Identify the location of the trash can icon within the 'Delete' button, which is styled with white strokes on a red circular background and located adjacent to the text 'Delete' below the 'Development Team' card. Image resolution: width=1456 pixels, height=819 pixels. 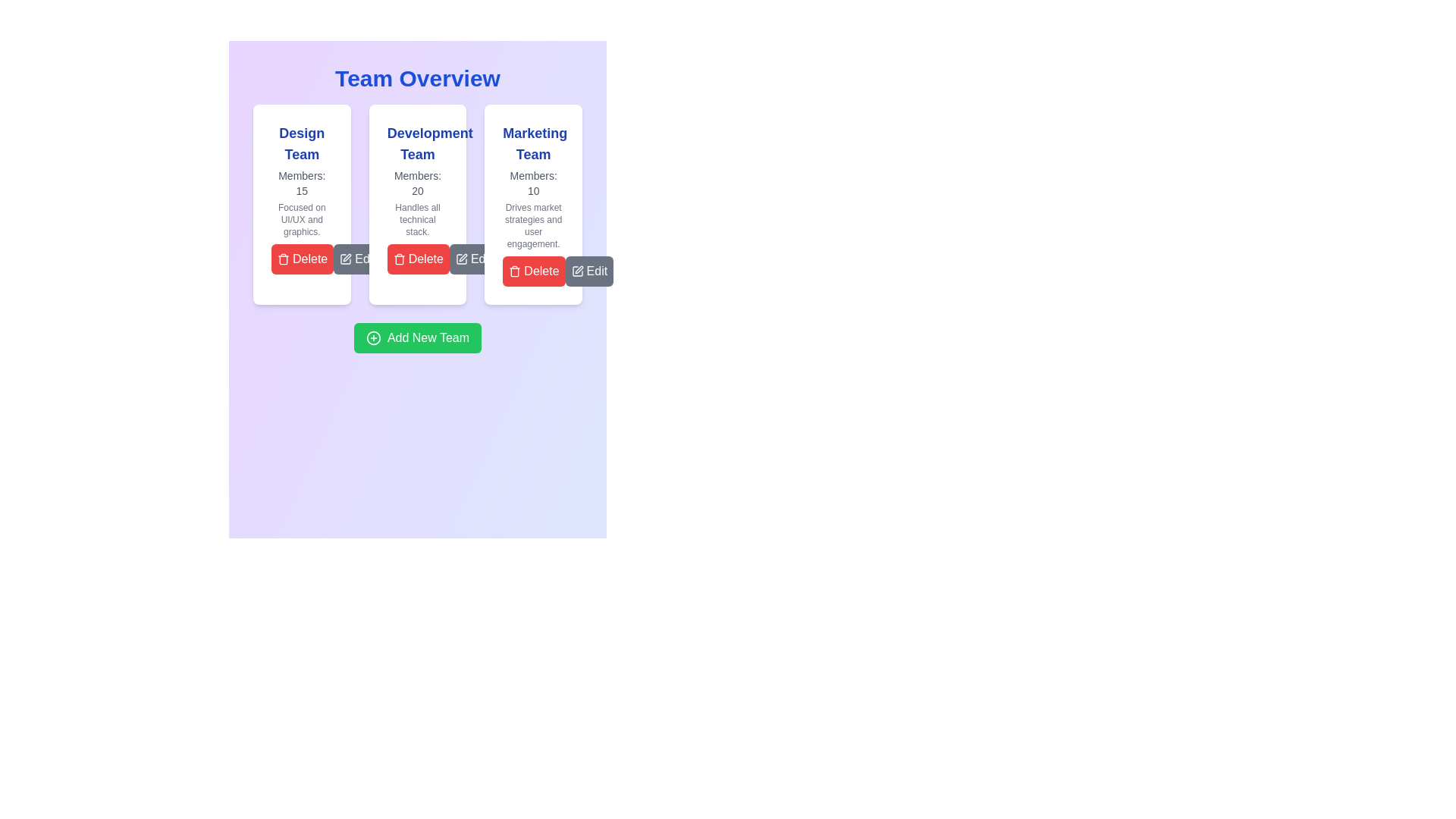
(515, 271).